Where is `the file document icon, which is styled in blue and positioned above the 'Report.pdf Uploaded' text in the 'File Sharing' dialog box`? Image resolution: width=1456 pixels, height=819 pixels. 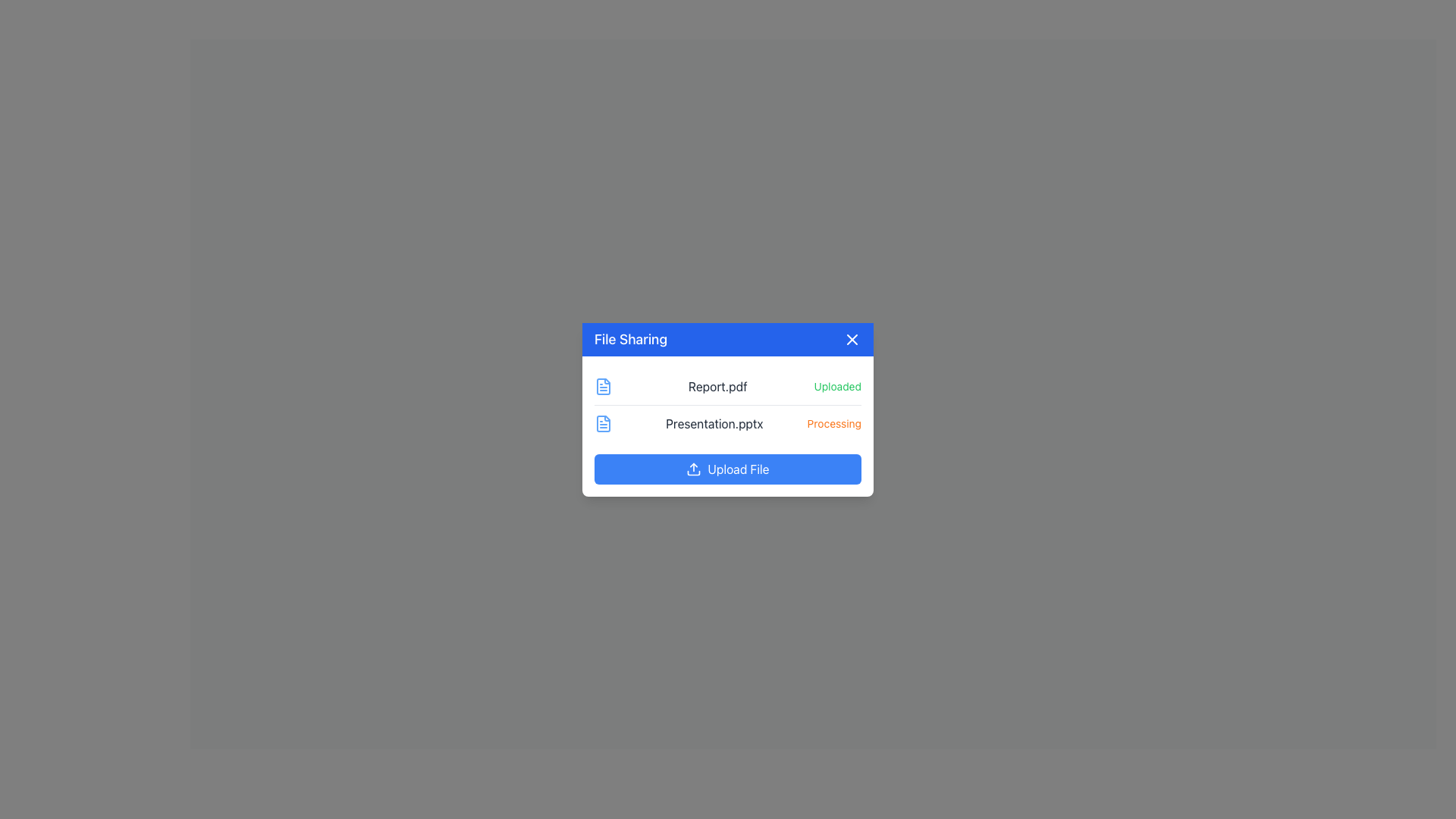
the file document icon, which is styled in blue and positioned above the 'Report.pdf Uploaded' text in the 'File Sharing' dialog box is located at coordinates (603, 385).